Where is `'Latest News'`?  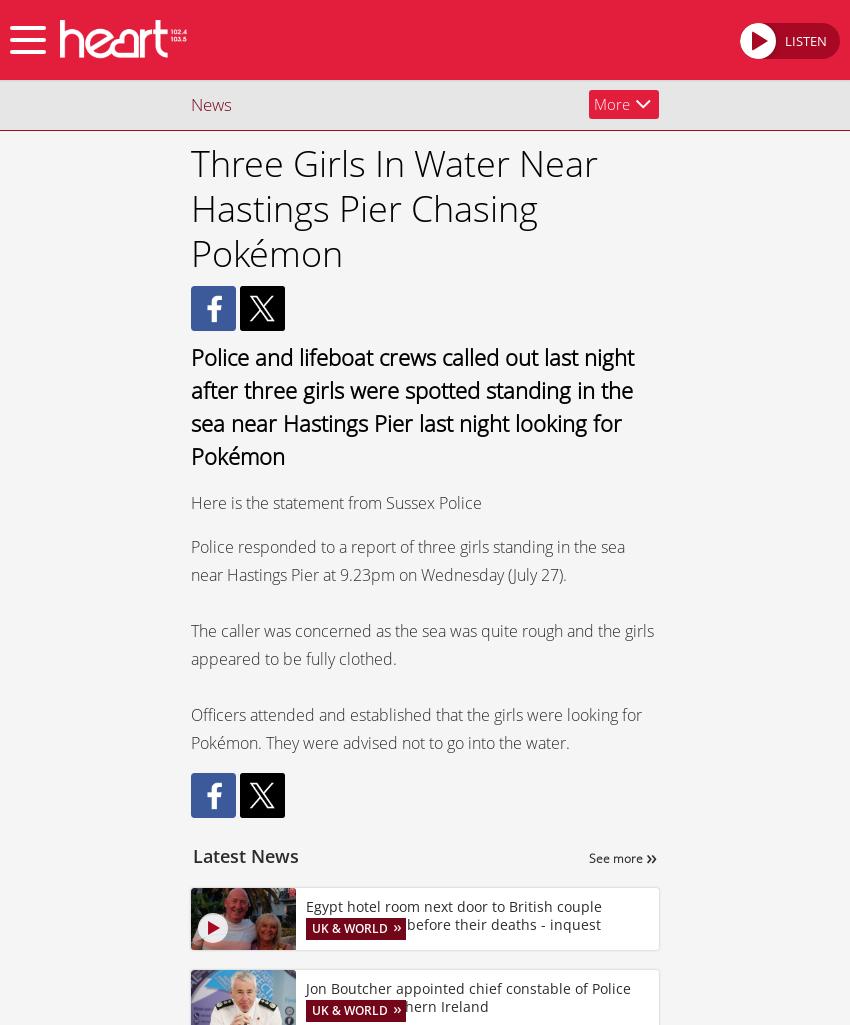 'Latest News' is located at coordinates (192, 855).